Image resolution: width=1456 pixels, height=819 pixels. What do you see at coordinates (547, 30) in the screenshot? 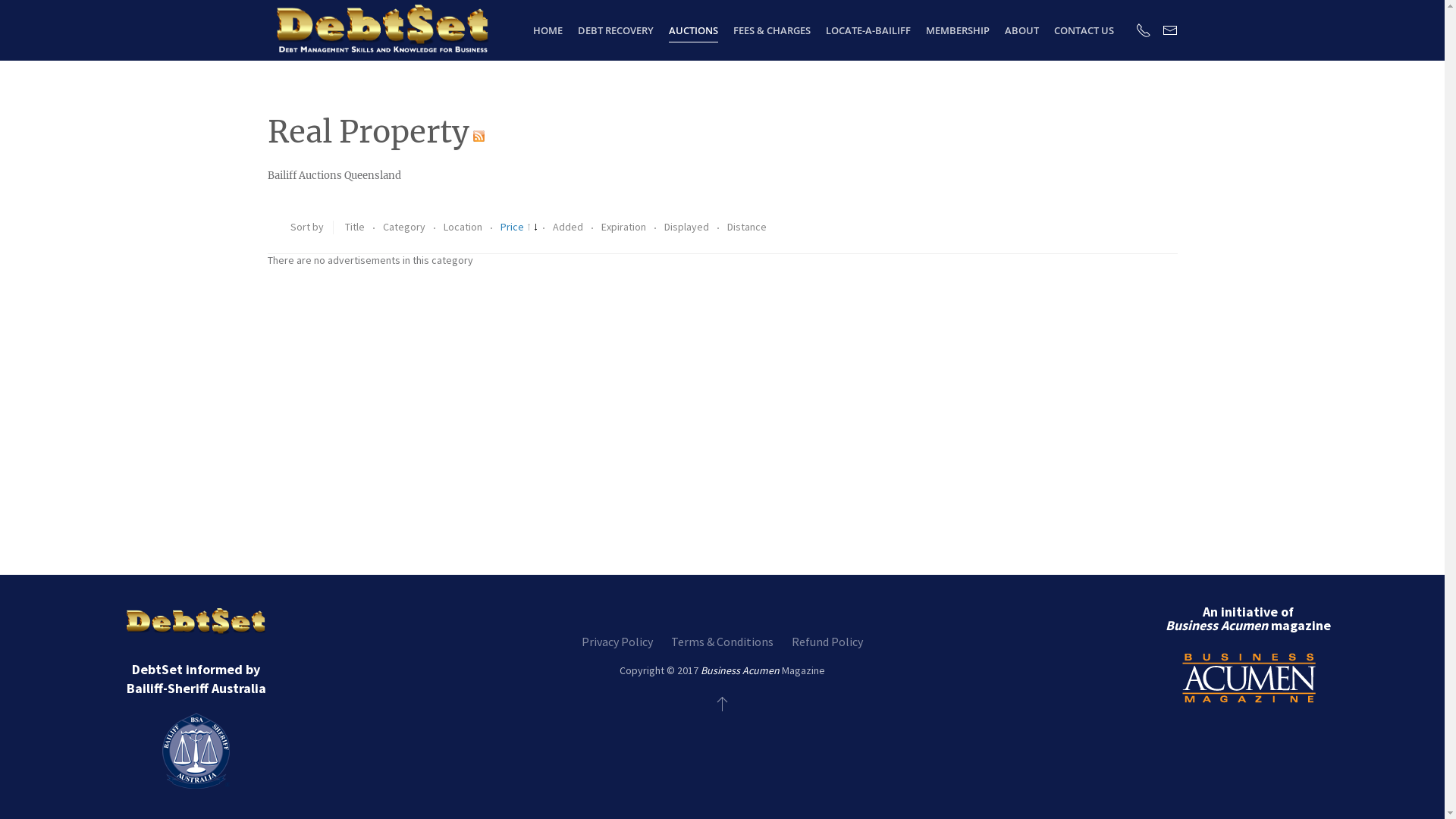
I see `'HOME'` at bounding box center [547, 30].